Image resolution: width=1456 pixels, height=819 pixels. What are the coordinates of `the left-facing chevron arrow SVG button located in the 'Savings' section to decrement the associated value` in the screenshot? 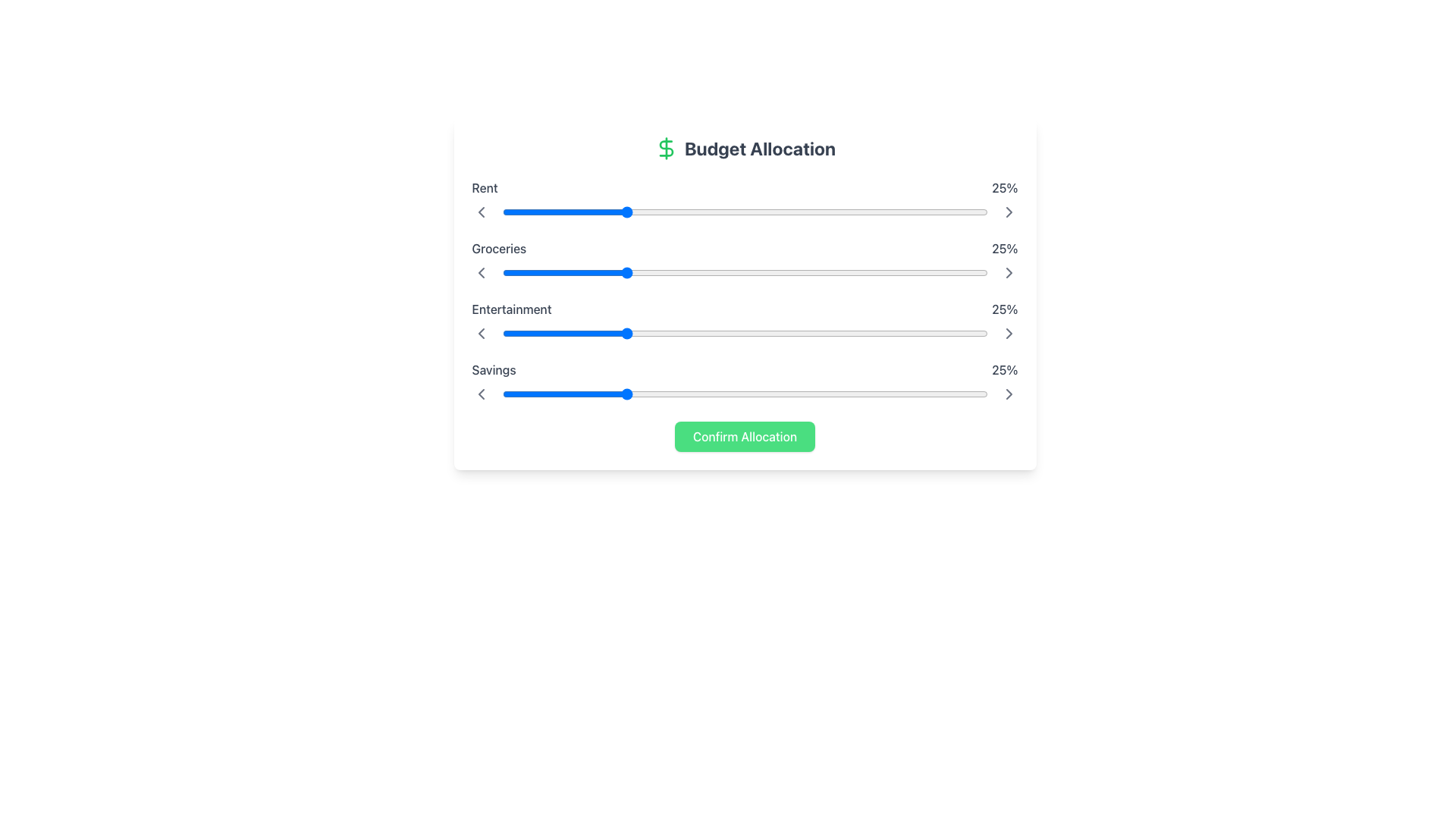 It's located at (480, 394).